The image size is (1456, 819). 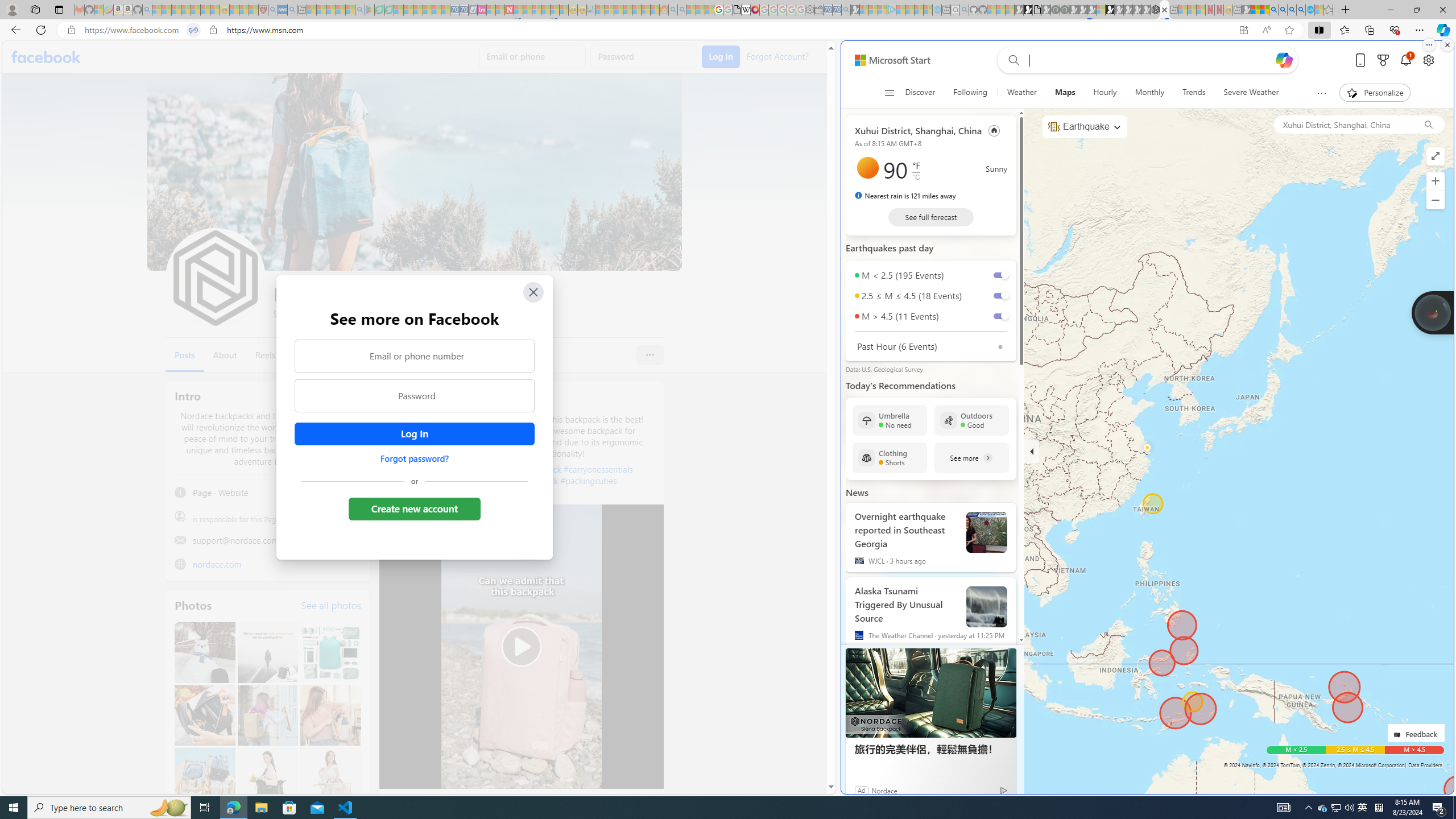 What do you see at coordinates (1435, 200) in the screenshot?
I see `'Zoom out'` at bounding box center [1435, 200].